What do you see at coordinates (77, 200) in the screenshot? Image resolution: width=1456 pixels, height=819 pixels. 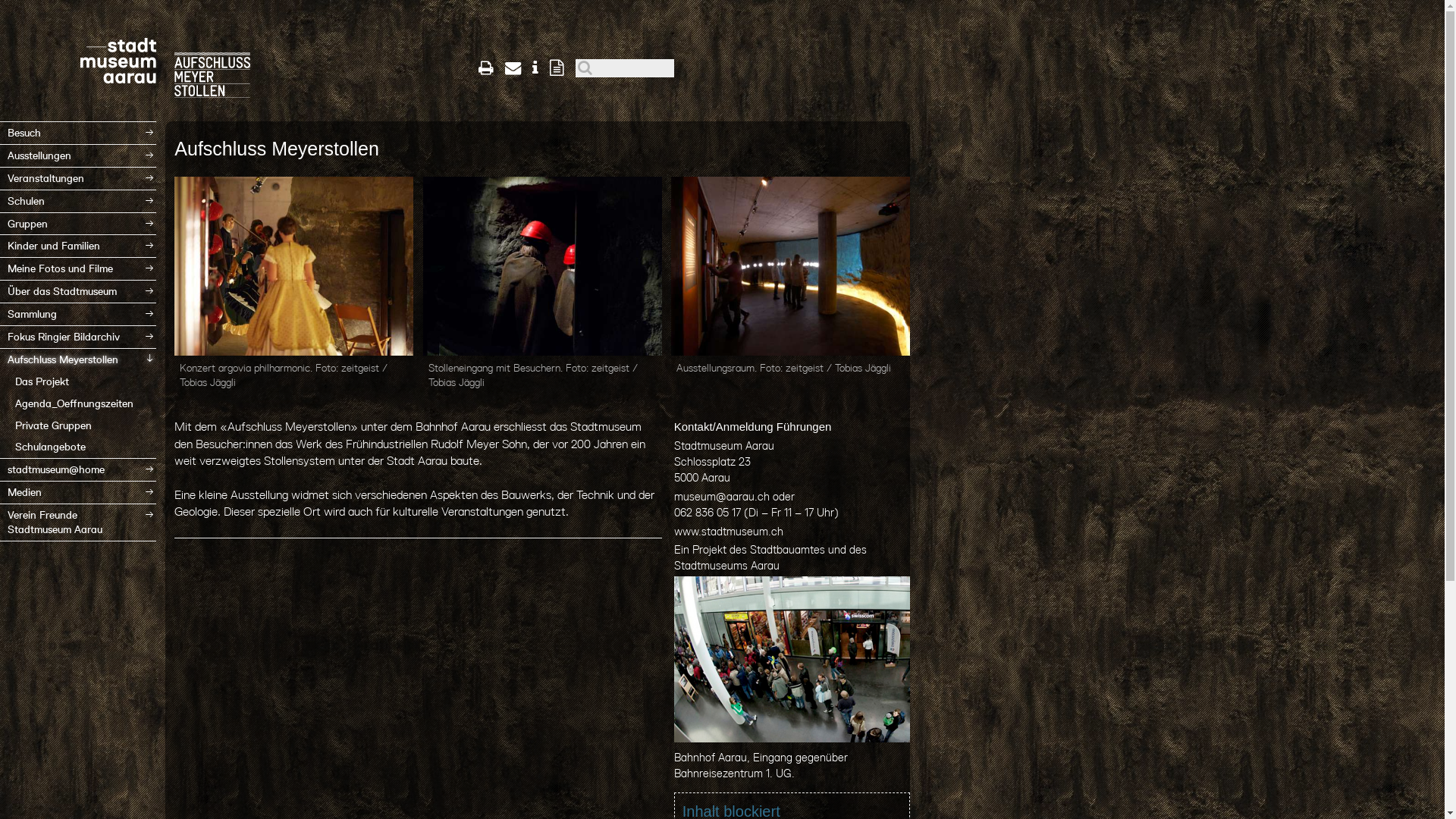 I see `'Schulen'` at bounding box center [77, 200].